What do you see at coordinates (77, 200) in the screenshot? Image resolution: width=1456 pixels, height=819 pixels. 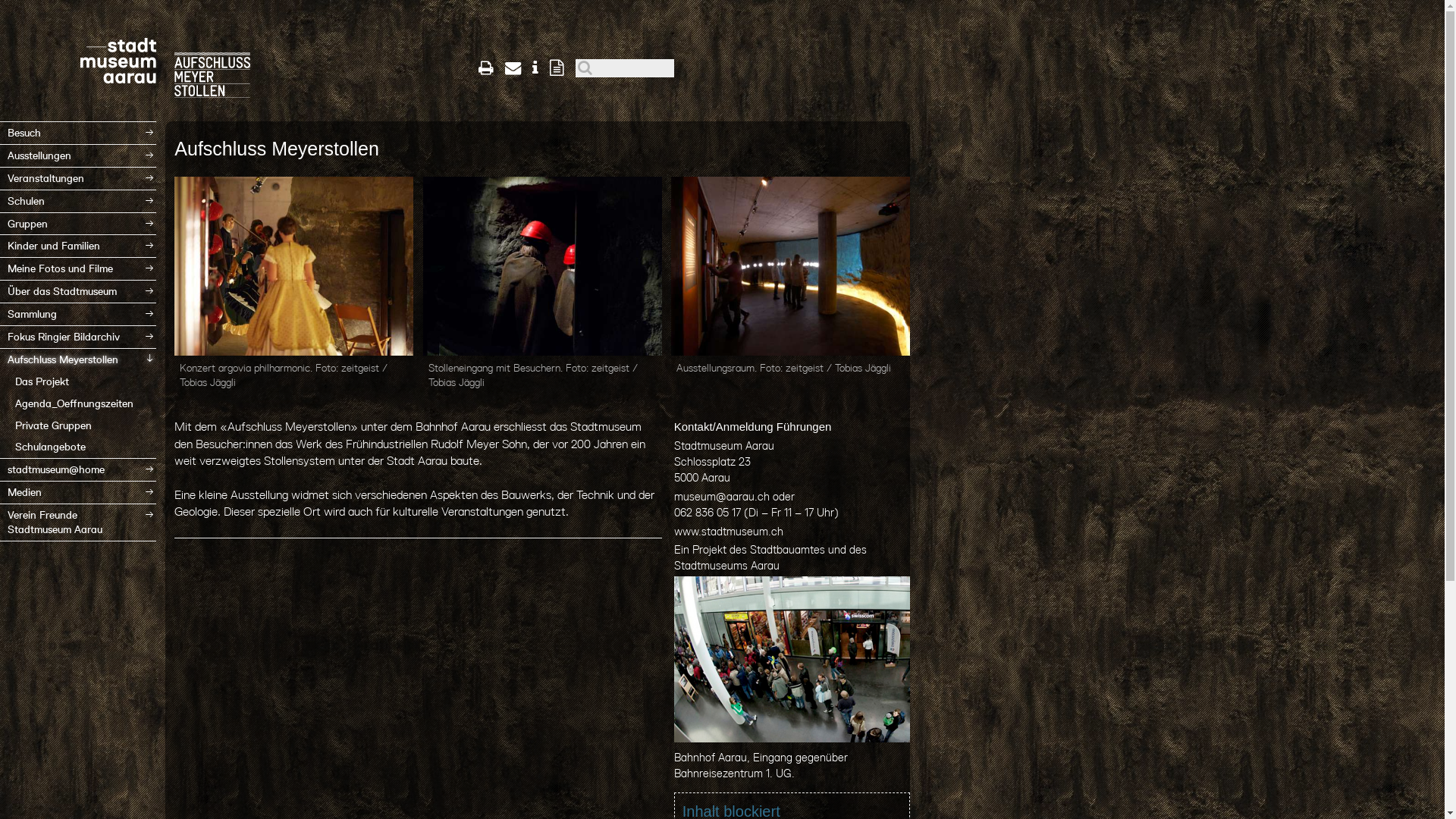 I see `'Schulen'` at bounding box center [77, 200].